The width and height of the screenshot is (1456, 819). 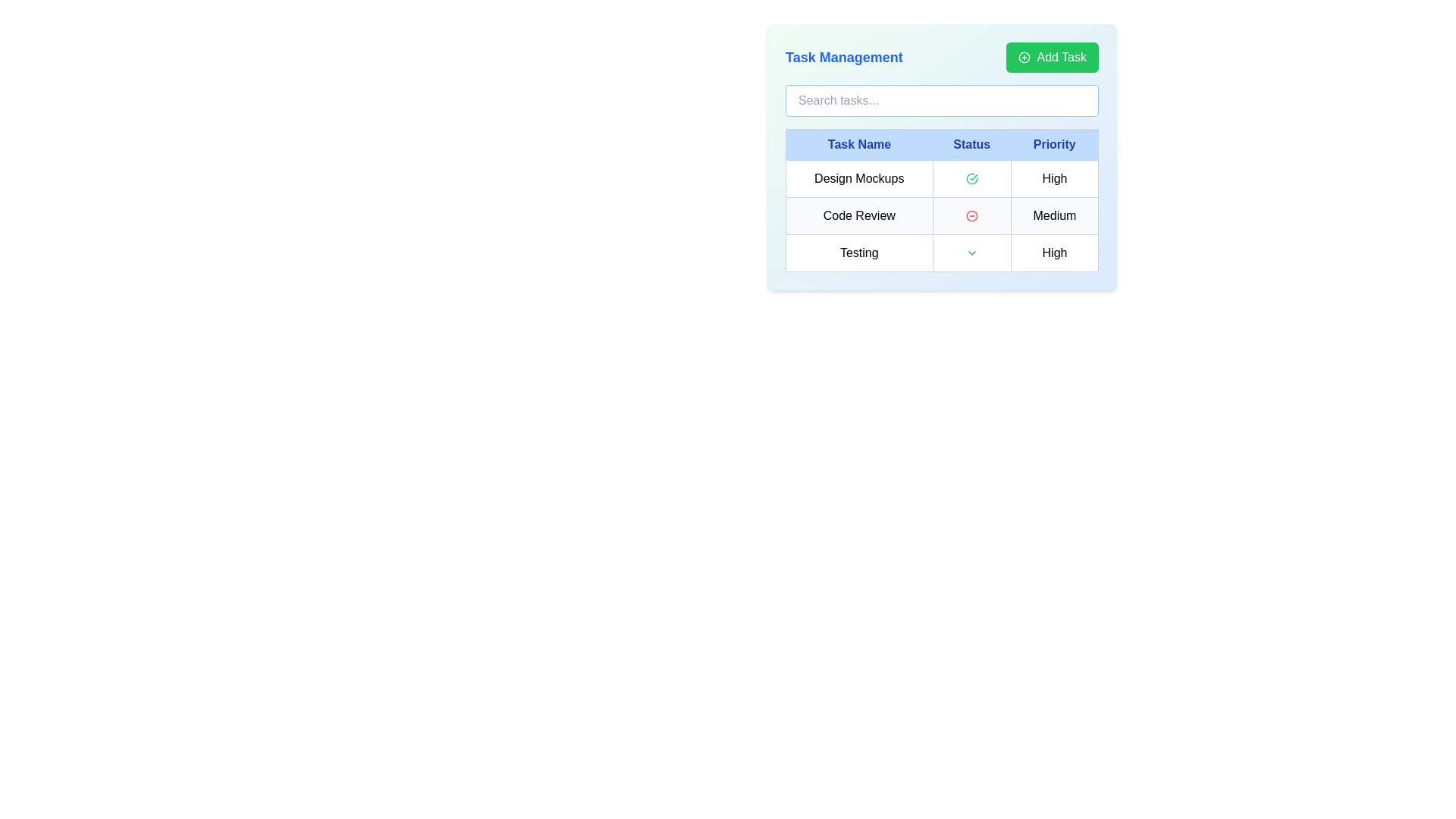 What do you see at coordinates (859, 177) in the screenshot?
I see `text content of the table cell displaying 'Design Mockups', located in the first cell of the 'Task Name' column in the top row` at bounding box center [859, 177].